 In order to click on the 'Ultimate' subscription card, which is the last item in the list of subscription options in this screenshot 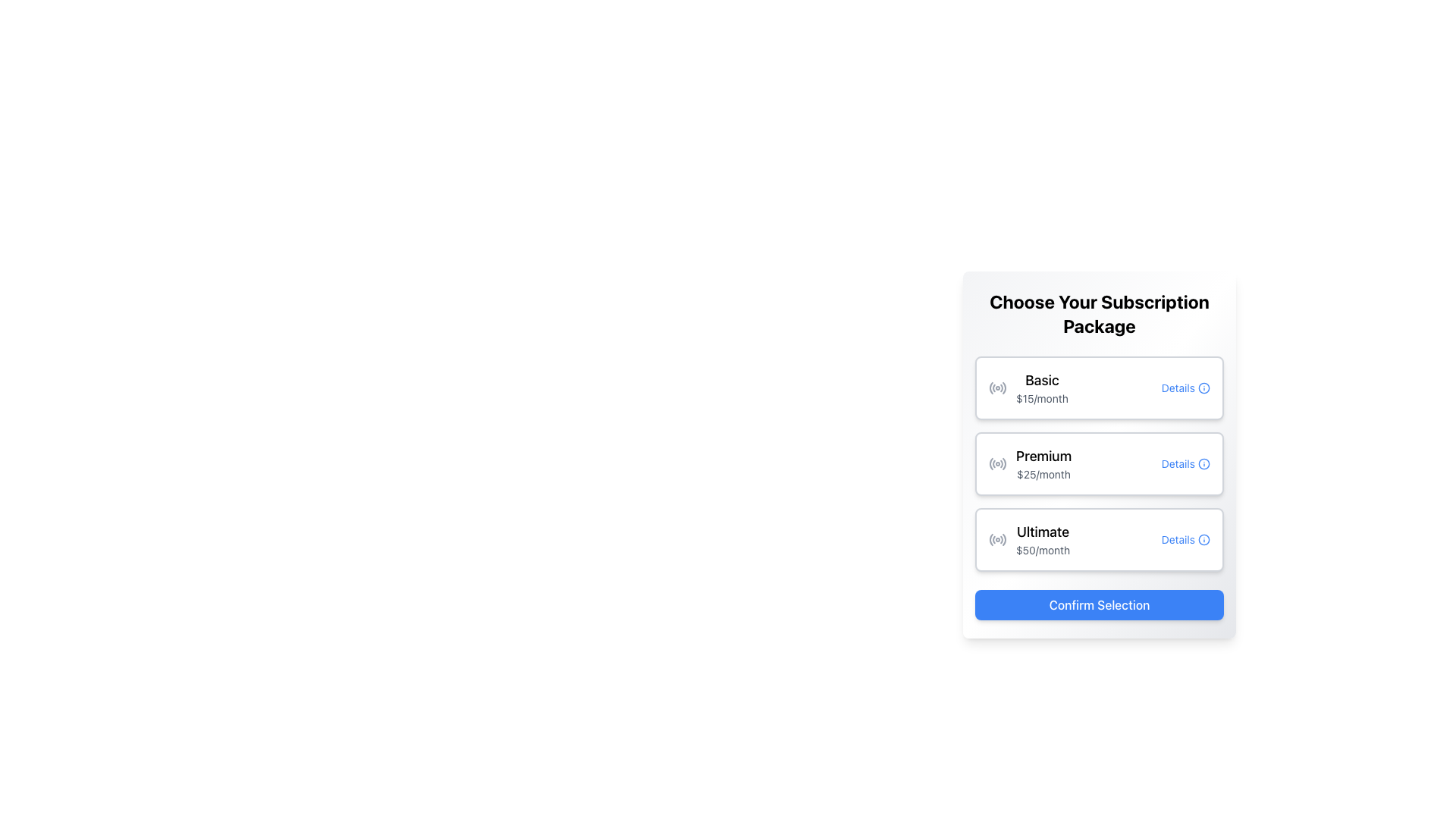, I will do `click(1099, 539)`.